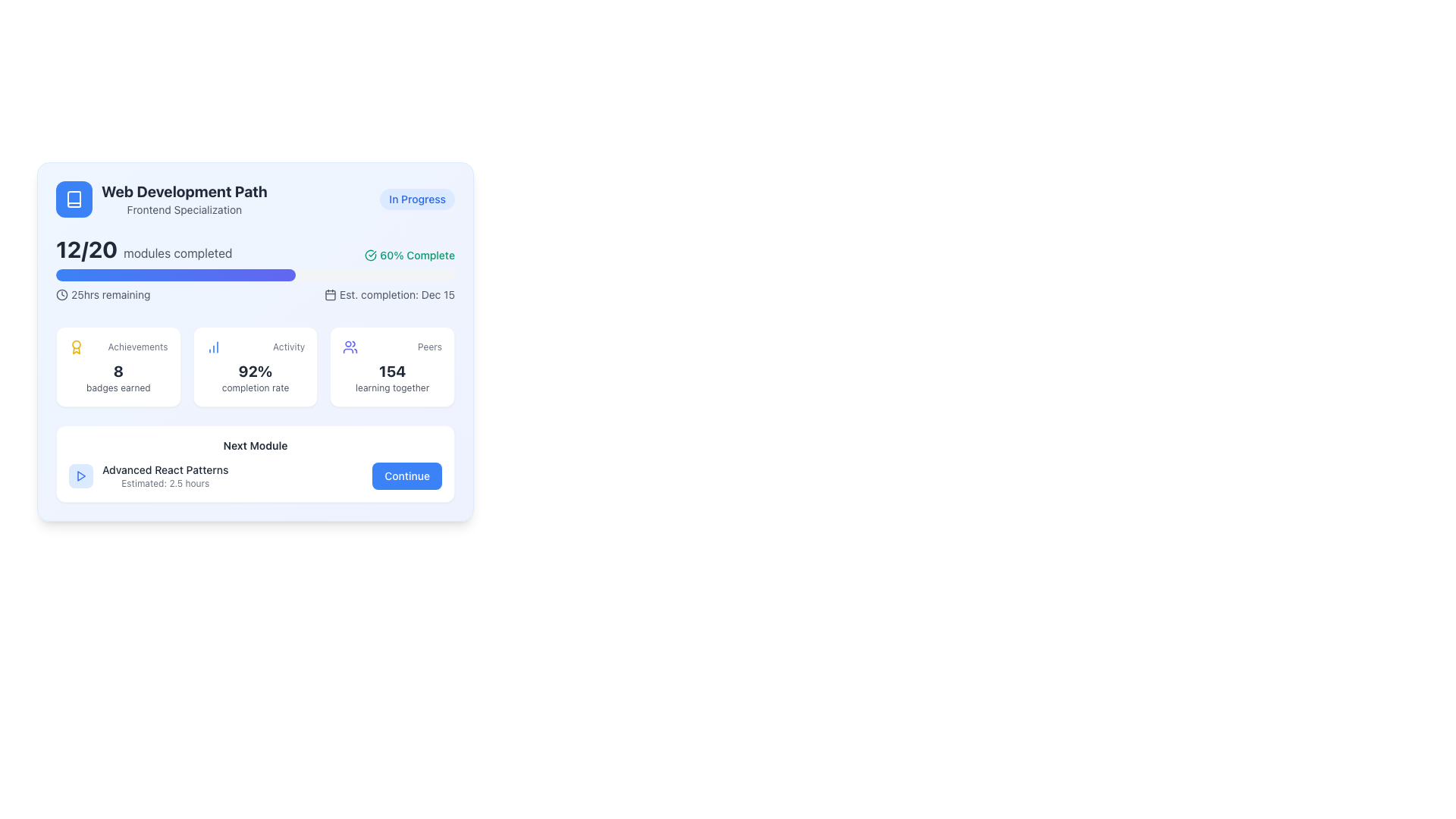 The height and width of the screenshot is (819, 1456). I want to click on the text label displaying the next module name ('Advanced React Patterns') and its estimated time to completion ('2.5 hours') for potential additional details, so click(165, 475).